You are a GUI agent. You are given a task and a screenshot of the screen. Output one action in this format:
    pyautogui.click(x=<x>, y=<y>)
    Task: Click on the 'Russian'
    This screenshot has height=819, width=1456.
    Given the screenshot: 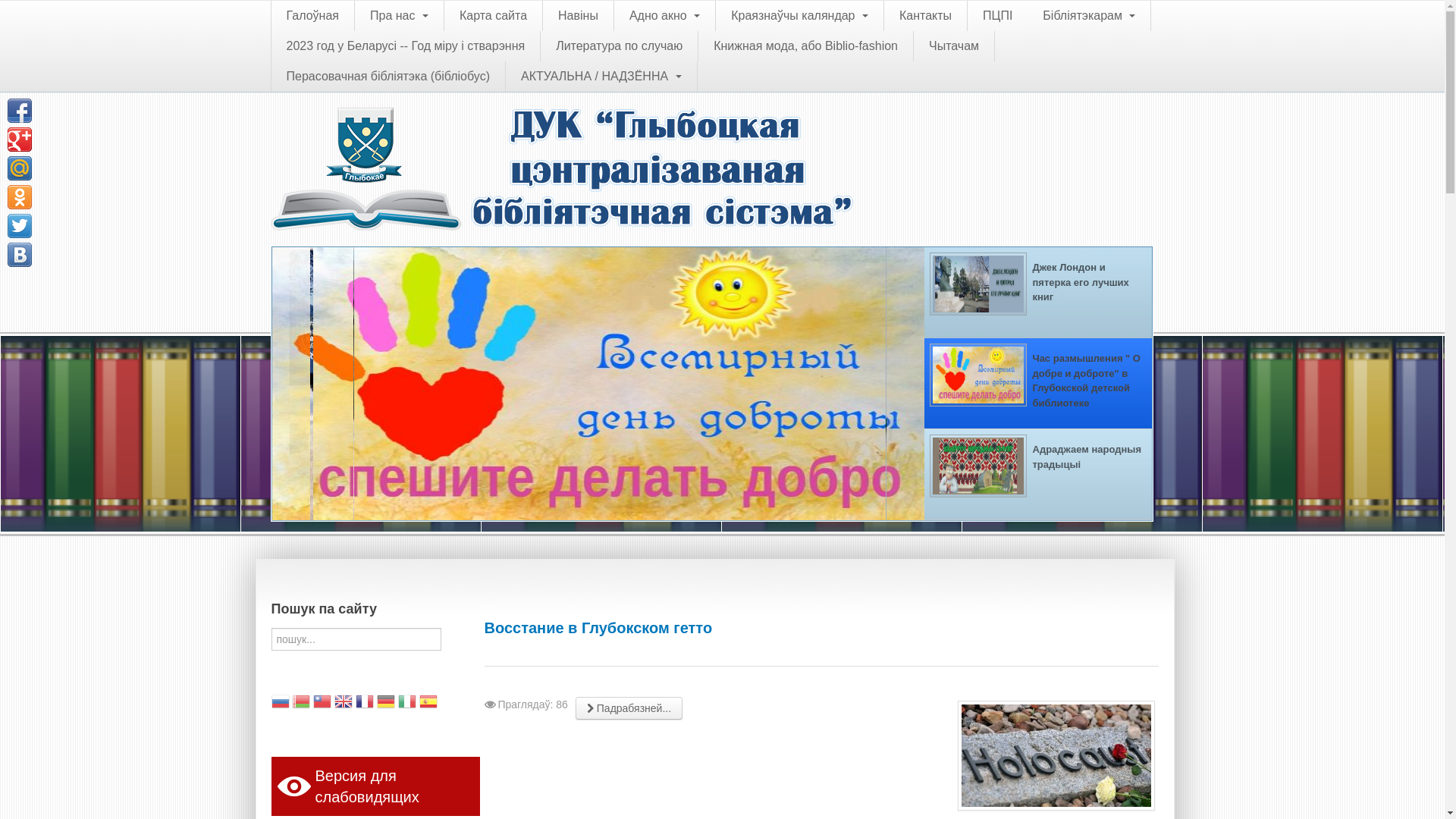 What is the action you would take?
    pyautogui.click(x=271, y=703)
    